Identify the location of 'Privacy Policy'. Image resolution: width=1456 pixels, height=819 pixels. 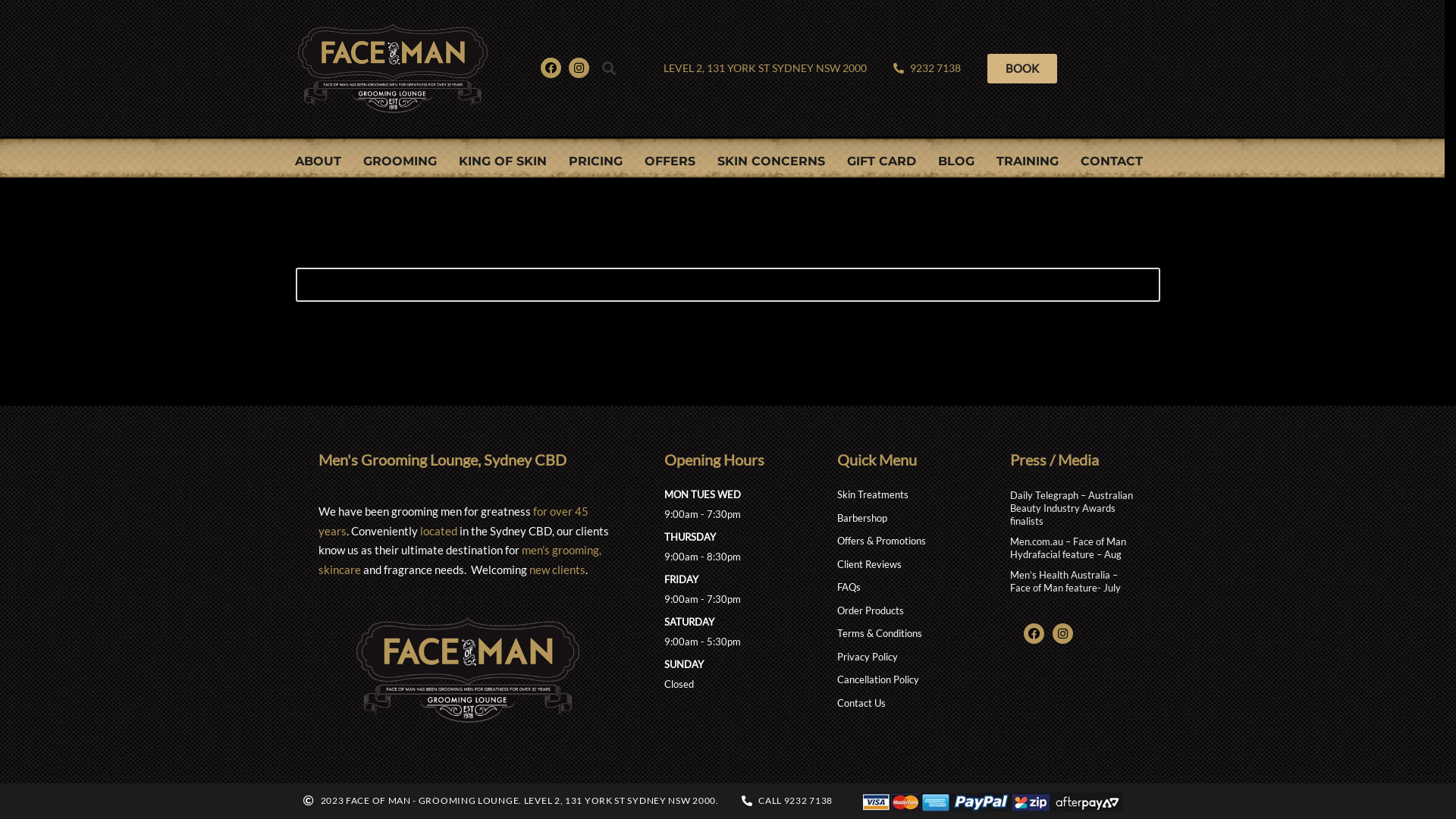
(900, 657).